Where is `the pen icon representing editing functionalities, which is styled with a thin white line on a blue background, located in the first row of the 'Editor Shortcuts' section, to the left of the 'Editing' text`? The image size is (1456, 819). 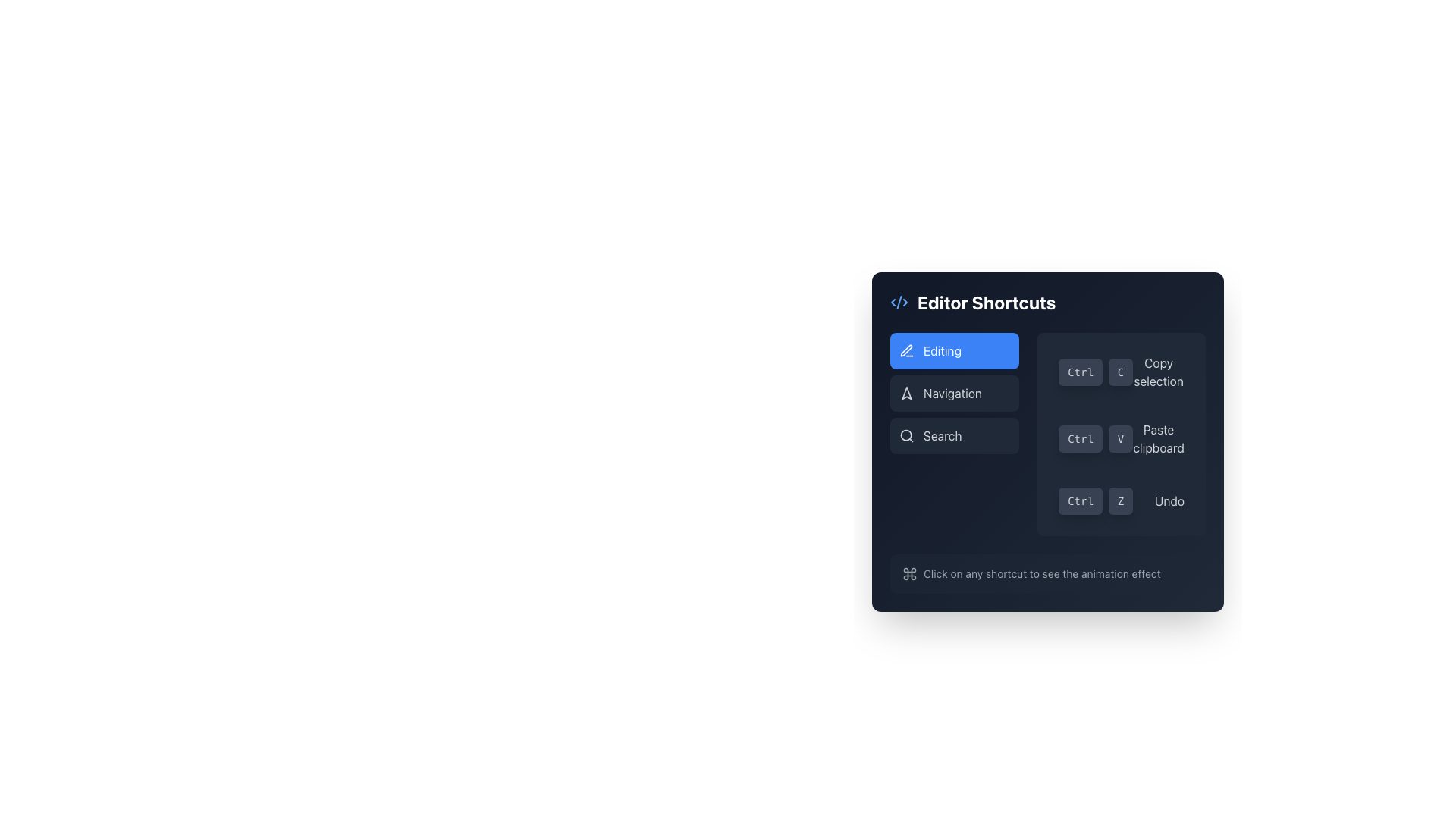
the pen icon representing editing functionalities, which is styled with a thin white line on a blue background, located in the first row of the 'Editor Shortcuts' section, to the left of the 'Editing' text is located at coordinates (906, 350).